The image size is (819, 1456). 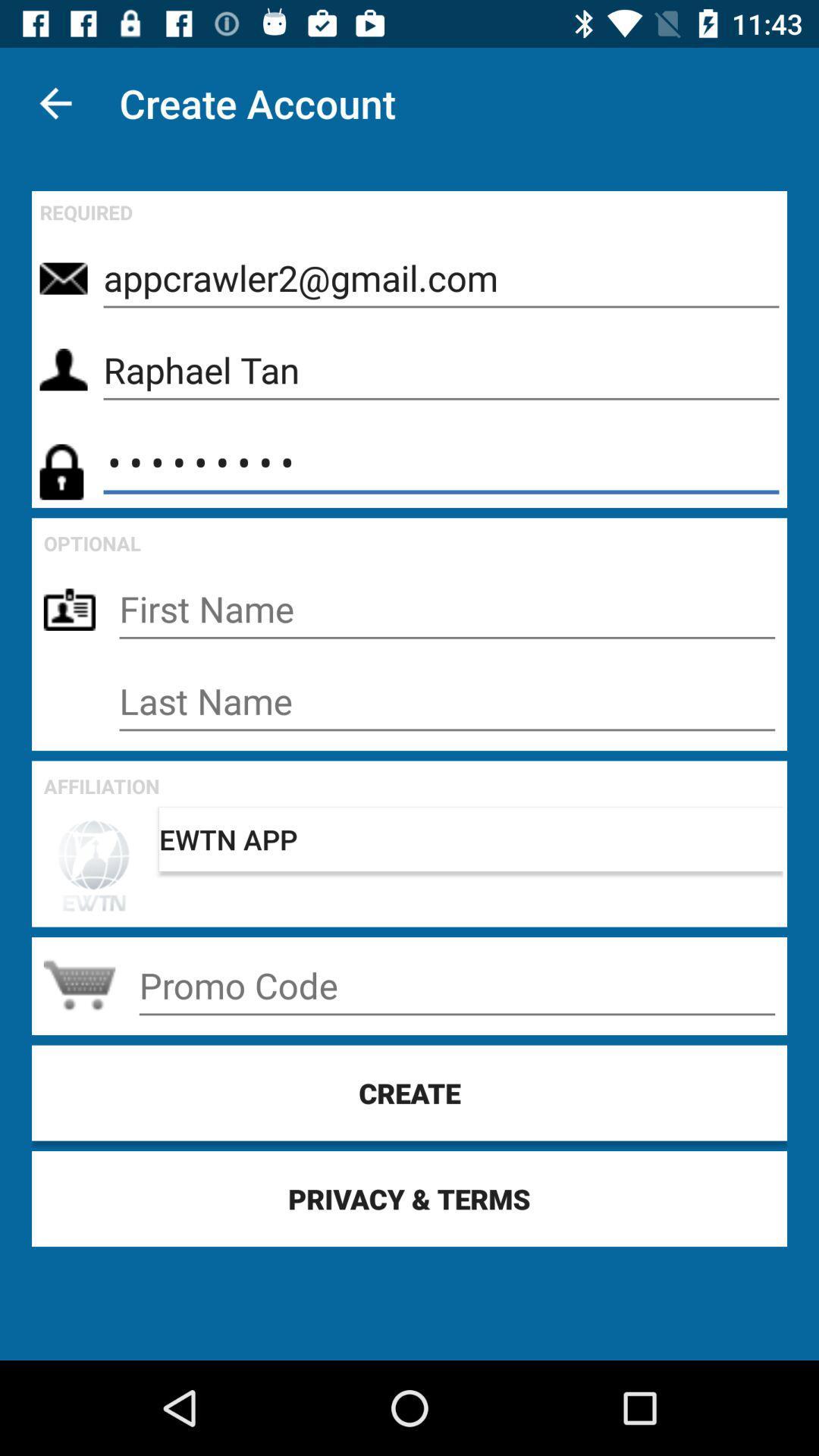 I want to click on input a promo code, so click(x=456, y=986).